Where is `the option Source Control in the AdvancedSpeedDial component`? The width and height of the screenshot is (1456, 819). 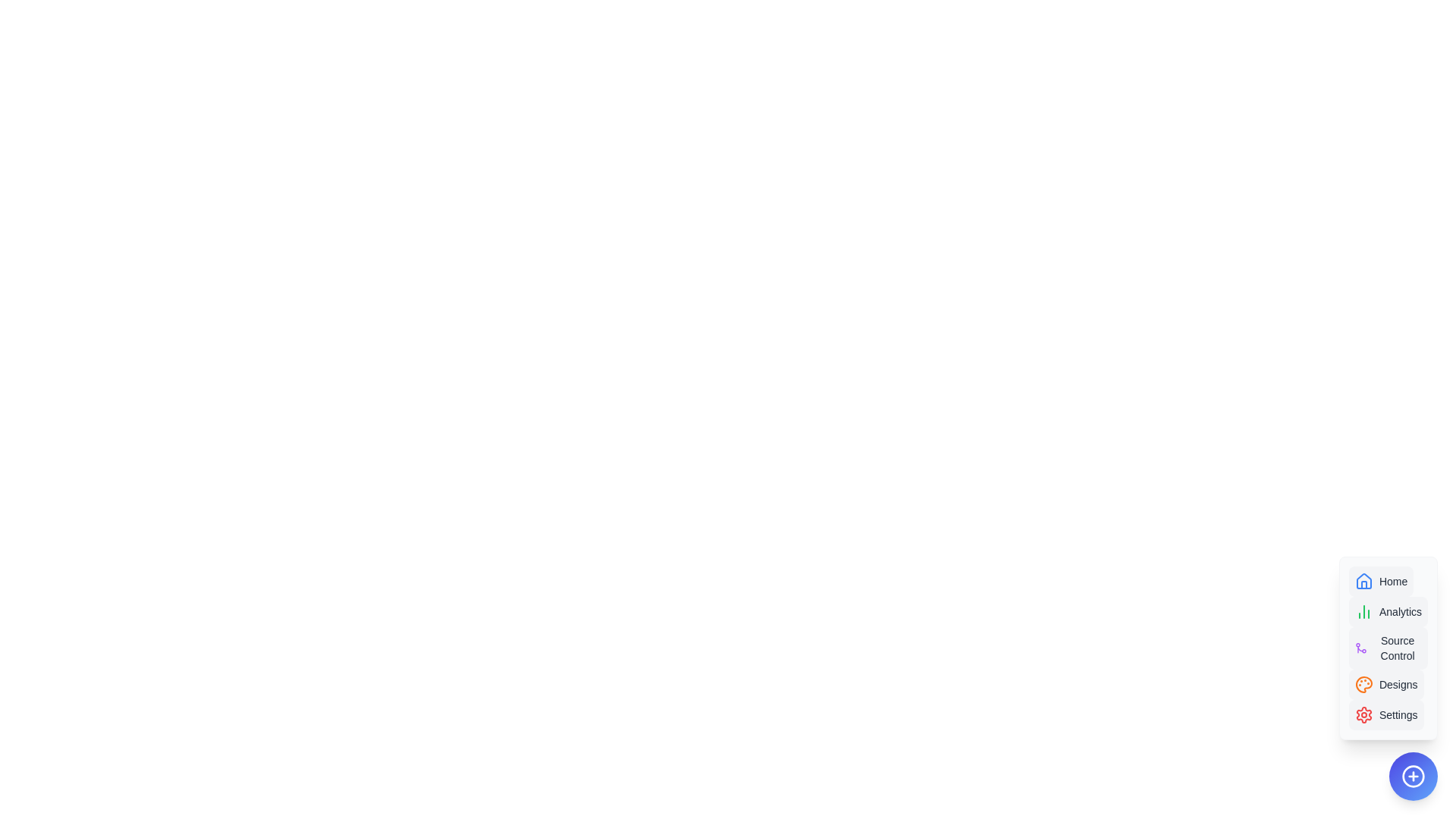
the option Source Control in the AdvancedSpeedDial component is located at coordinates (1388, 648).